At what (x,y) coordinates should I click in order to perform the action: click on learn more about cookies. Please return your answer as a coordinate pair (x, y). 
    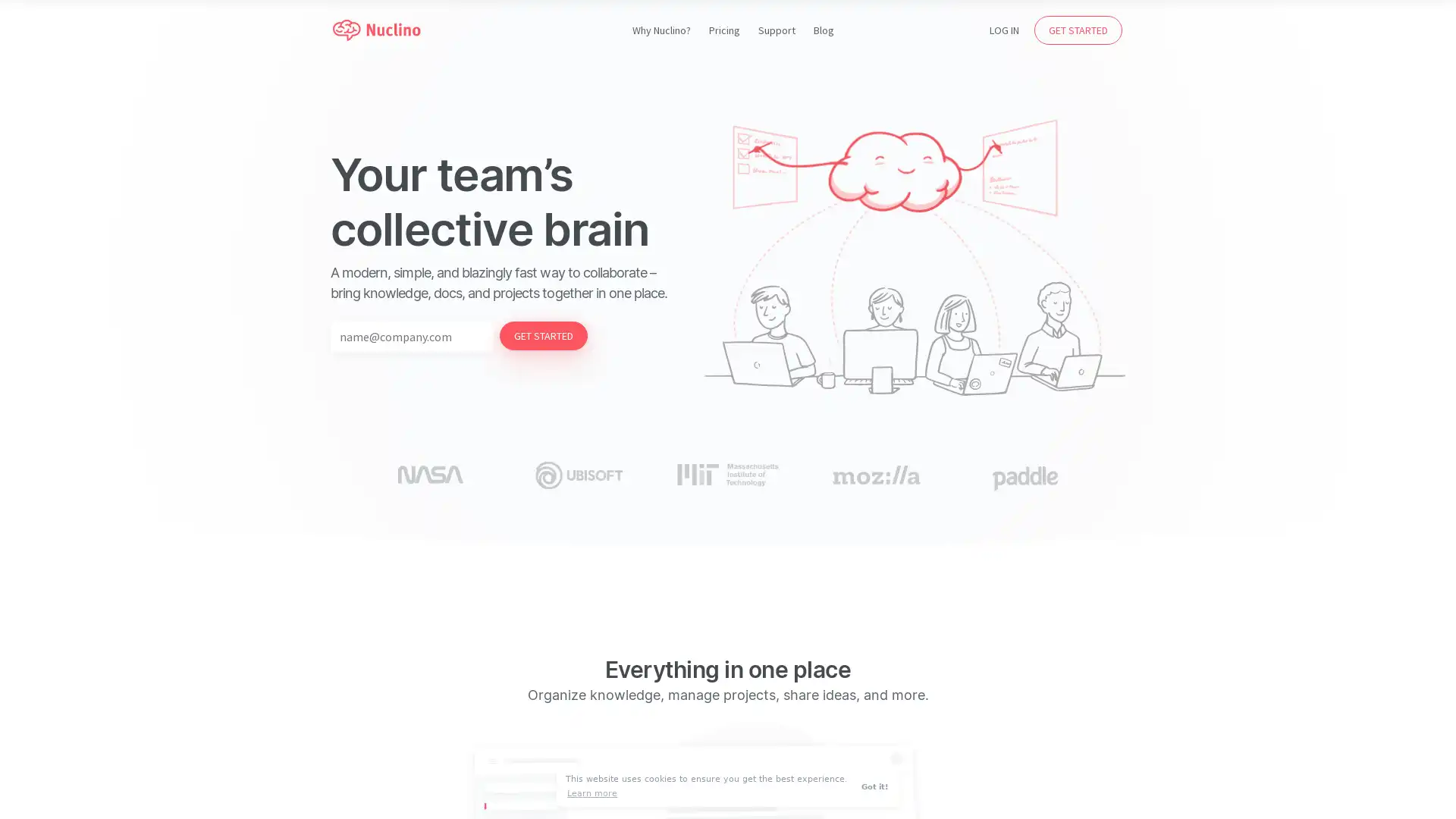
    Looking at the image, I should click on (591, 792).